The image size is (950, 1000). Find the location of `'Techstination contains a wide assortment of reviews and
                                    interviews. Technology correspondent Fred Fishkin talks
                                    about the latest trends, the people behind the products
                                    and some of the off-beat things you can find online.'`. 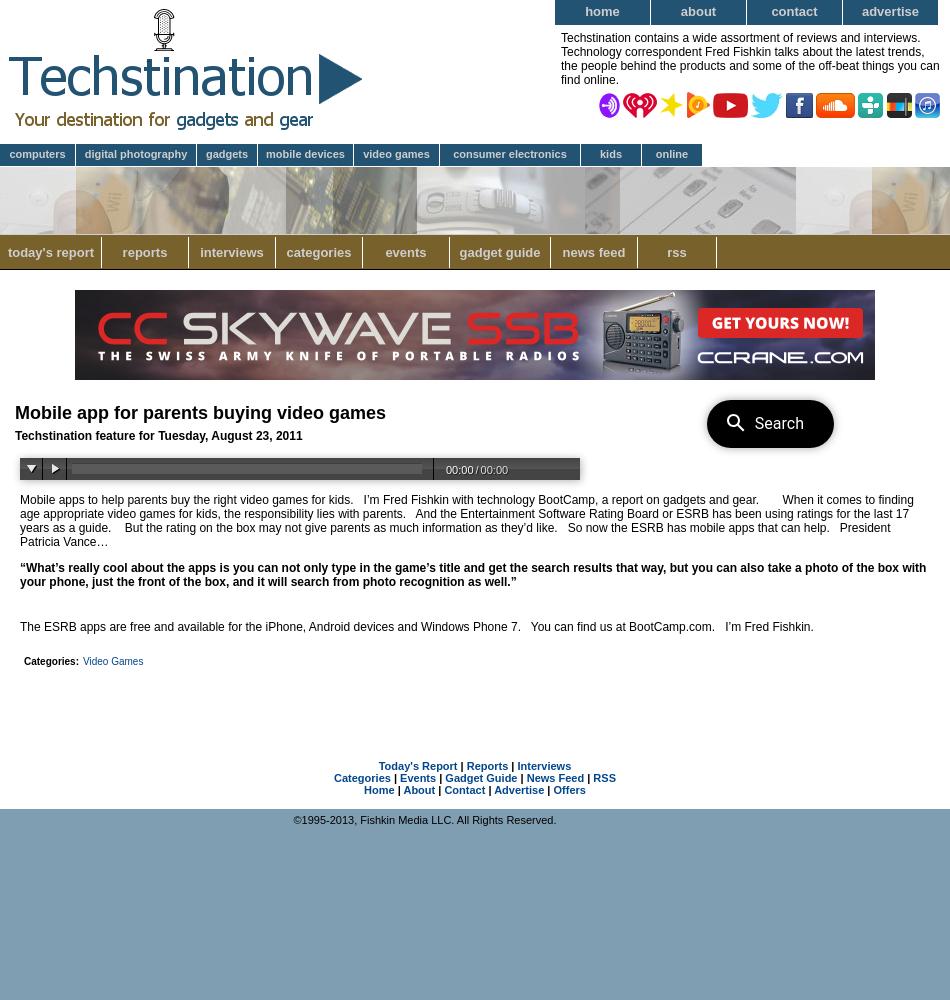

'Techstination contains a wide assortment of reviews and
                                    interviews. Technology correspondent Fred Fishkin talks
                                    about the latest trends, the people behind the products
                                    and some of the off-beat things you can find online.' is located at coordinates (749, 59).